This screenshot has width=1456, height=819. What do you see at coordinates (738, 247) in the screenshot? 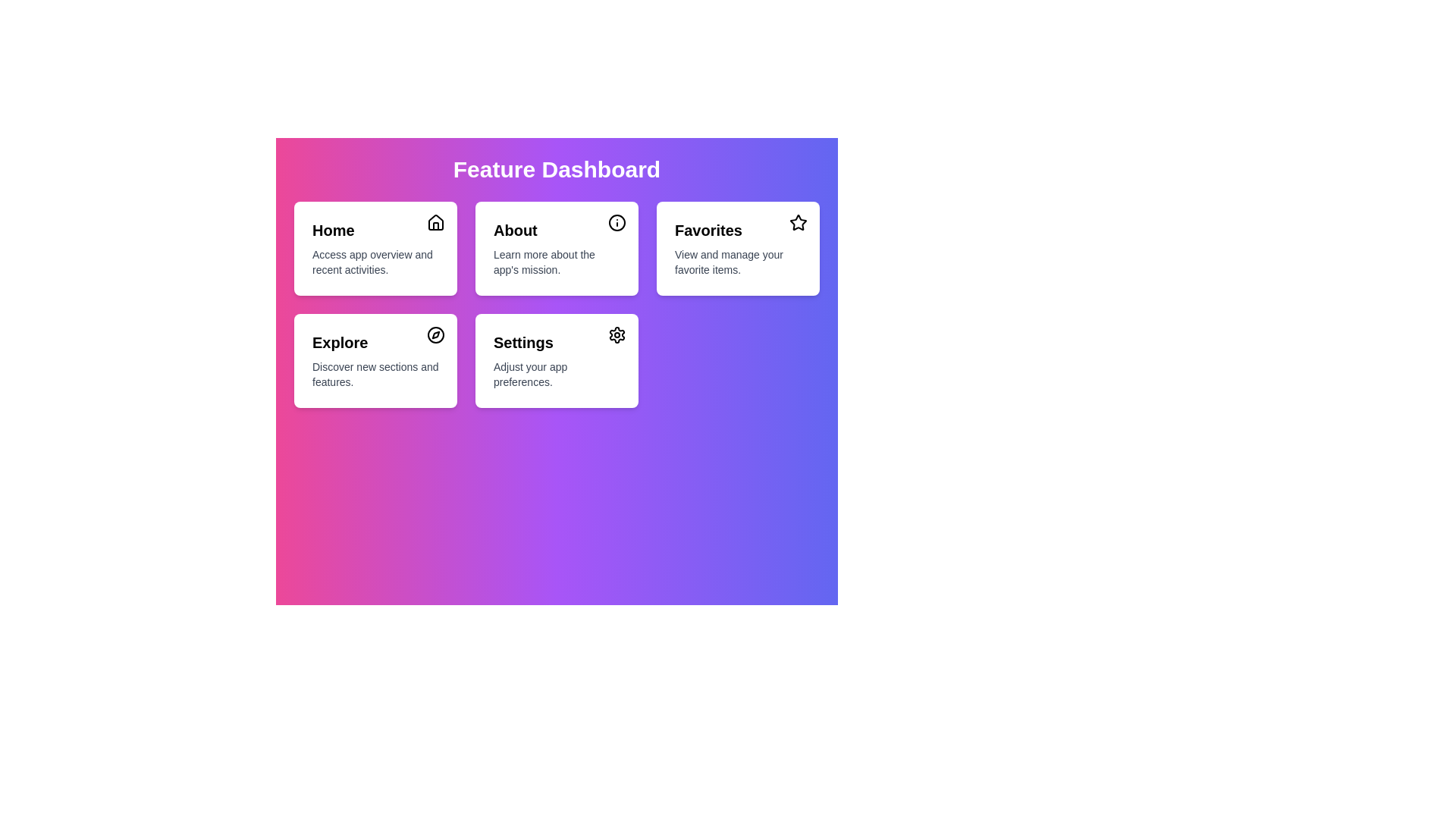
I see `the menu item Favorites to see its hover effect` at bounding box center [738, 247].